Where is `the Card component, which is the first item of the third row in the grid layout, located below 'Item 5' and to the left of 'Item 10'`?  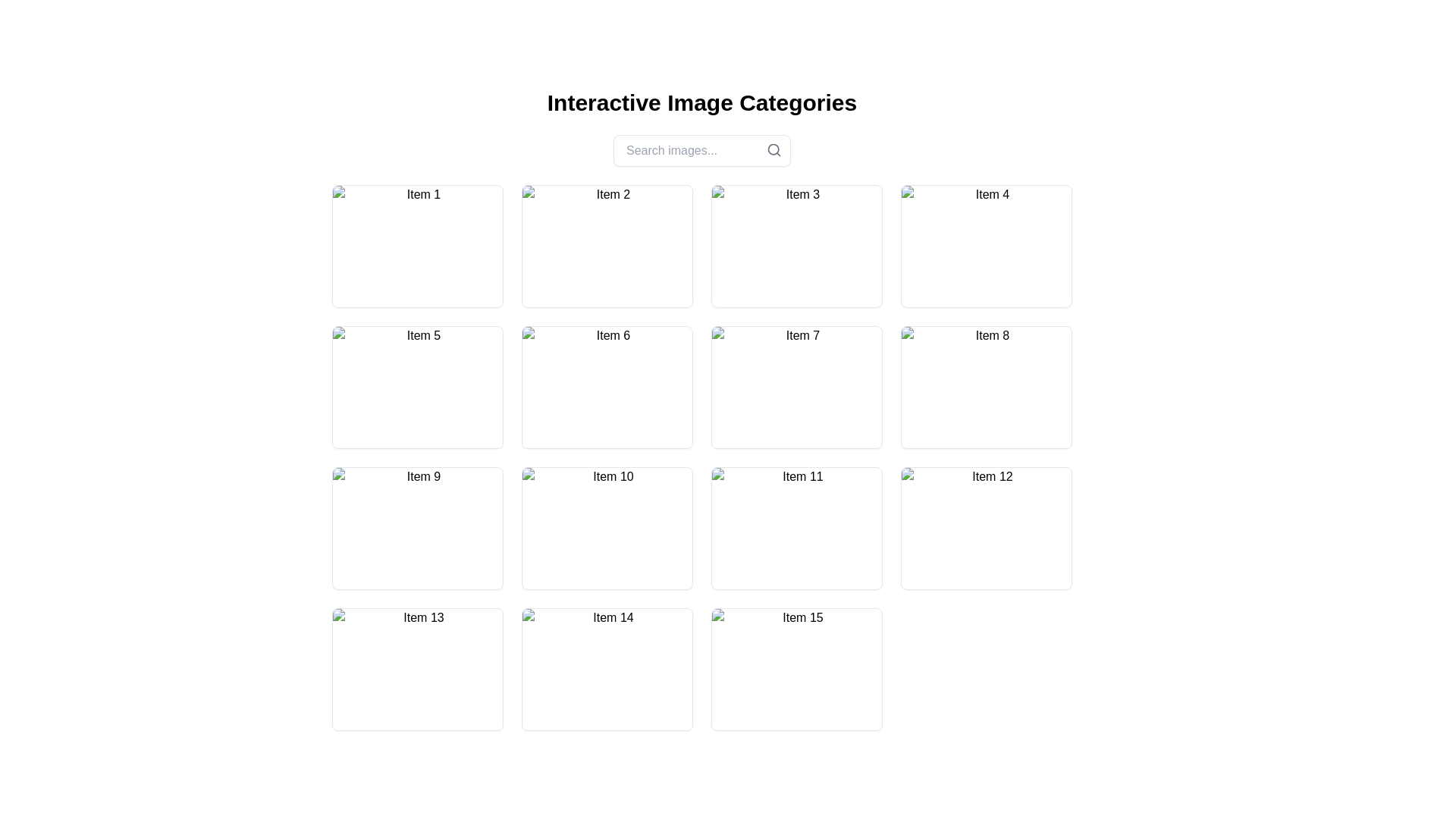
the Card component, which is the first item of the third row in the grid layout, located below 'Item 5' and to the left of 'Item 10' is located at coordinates (418, 528).